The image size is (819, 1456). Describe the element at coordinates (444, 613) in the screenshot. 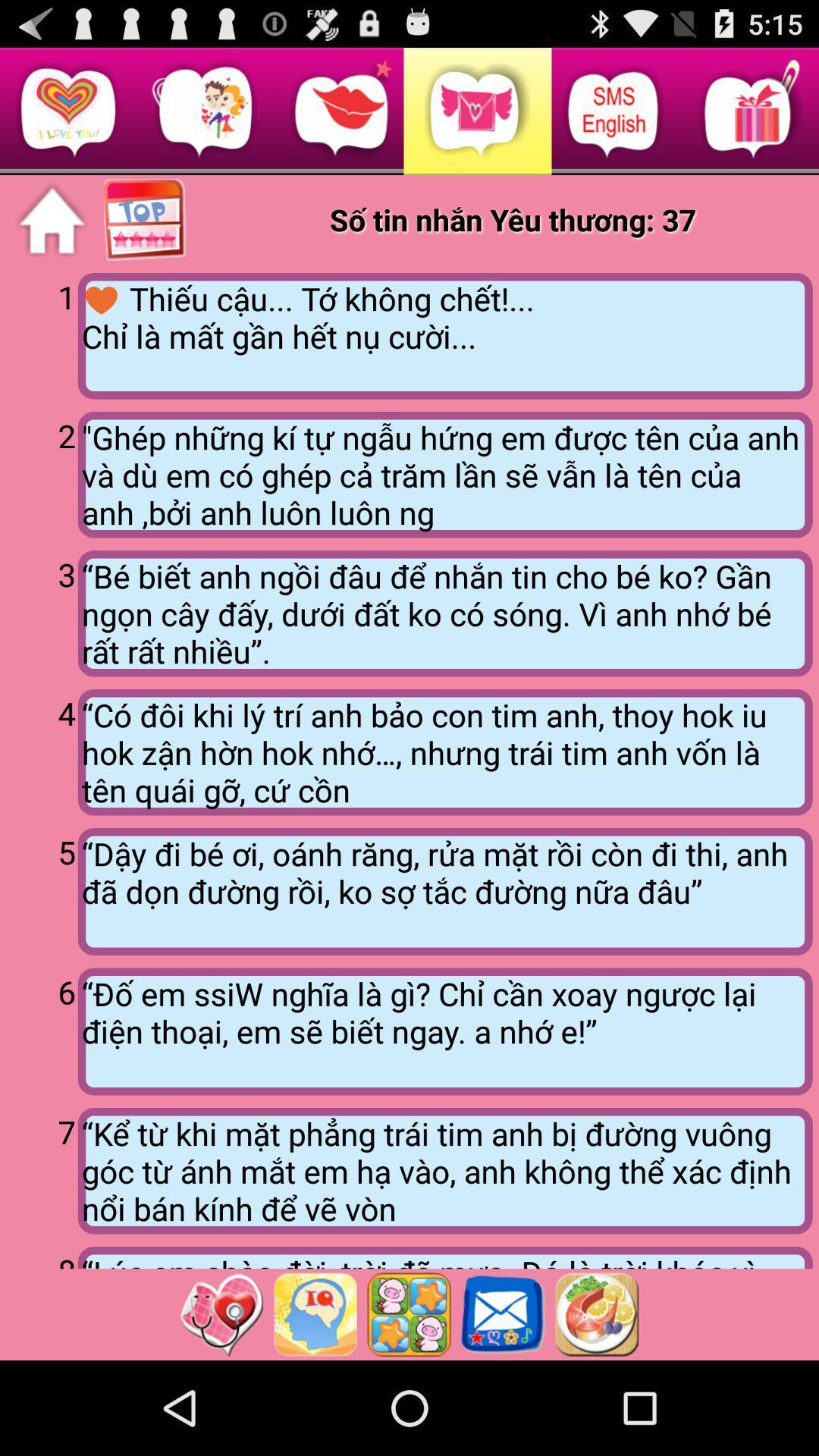

I see `the icon next to 3` at that location.